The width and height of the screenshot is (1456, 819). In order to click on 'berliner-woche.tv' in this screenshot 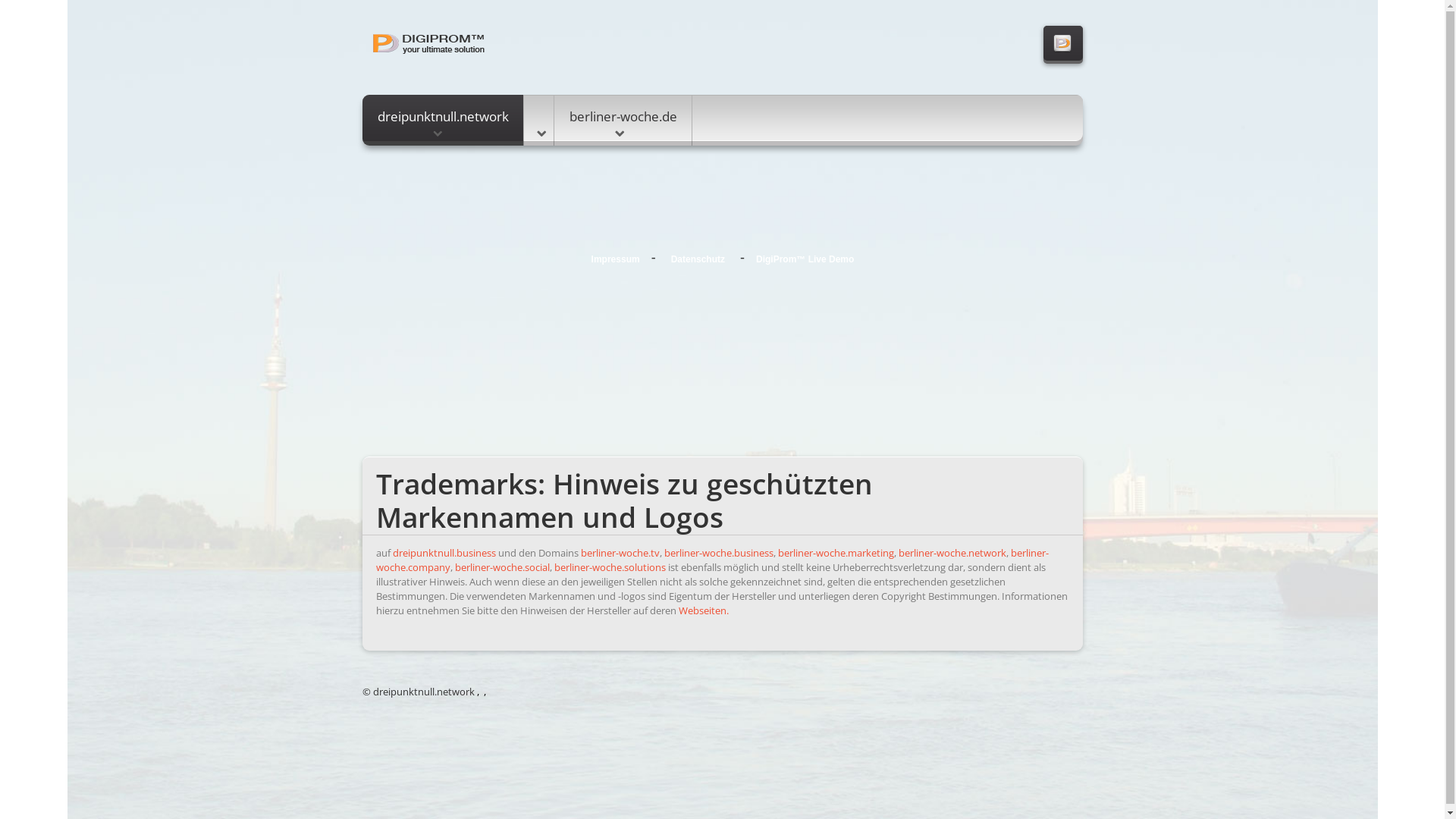, I will do `click(580, 553)`.